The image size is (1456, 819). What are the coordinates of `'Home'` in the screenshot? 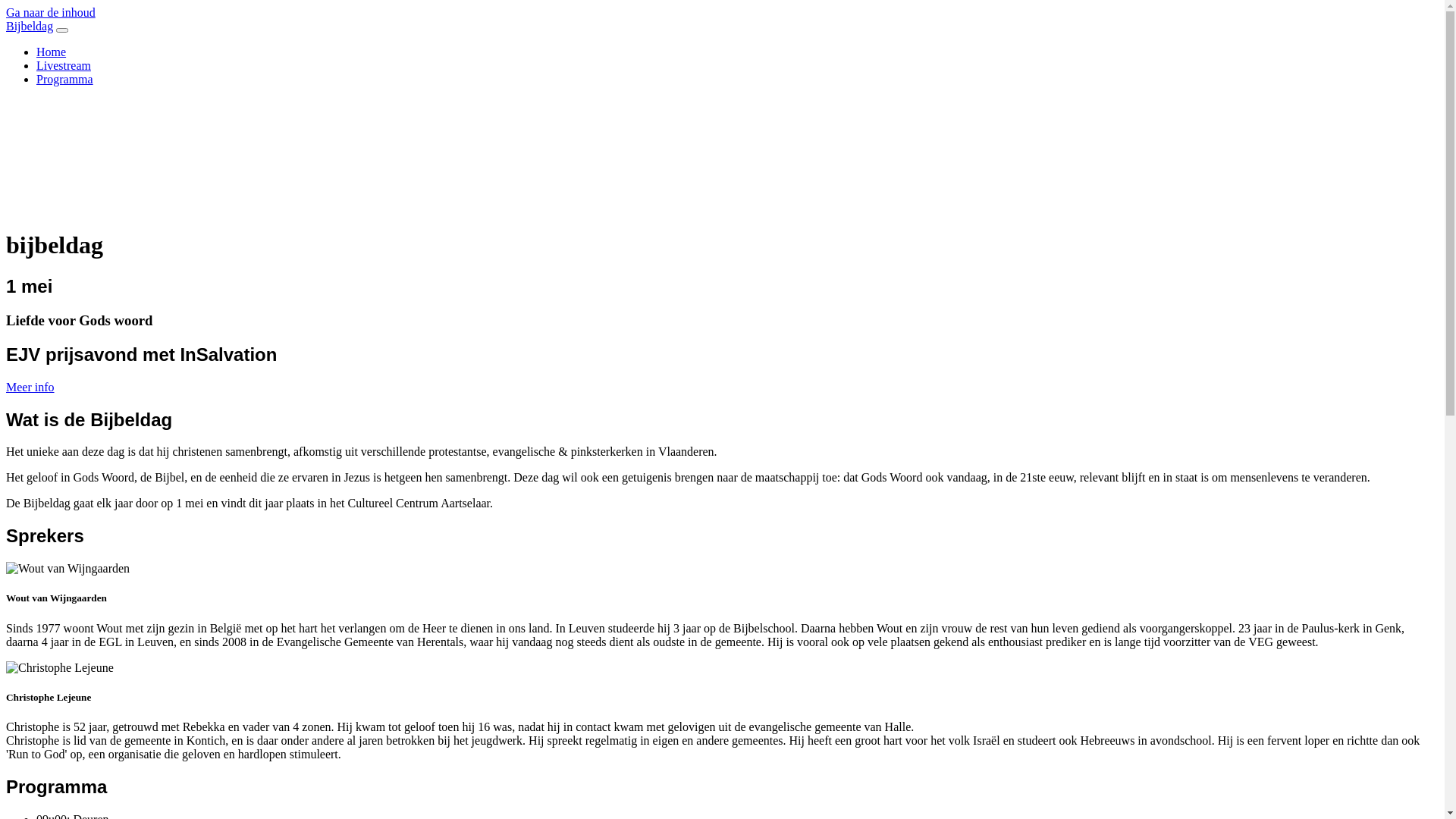 It's located at (51, 51).